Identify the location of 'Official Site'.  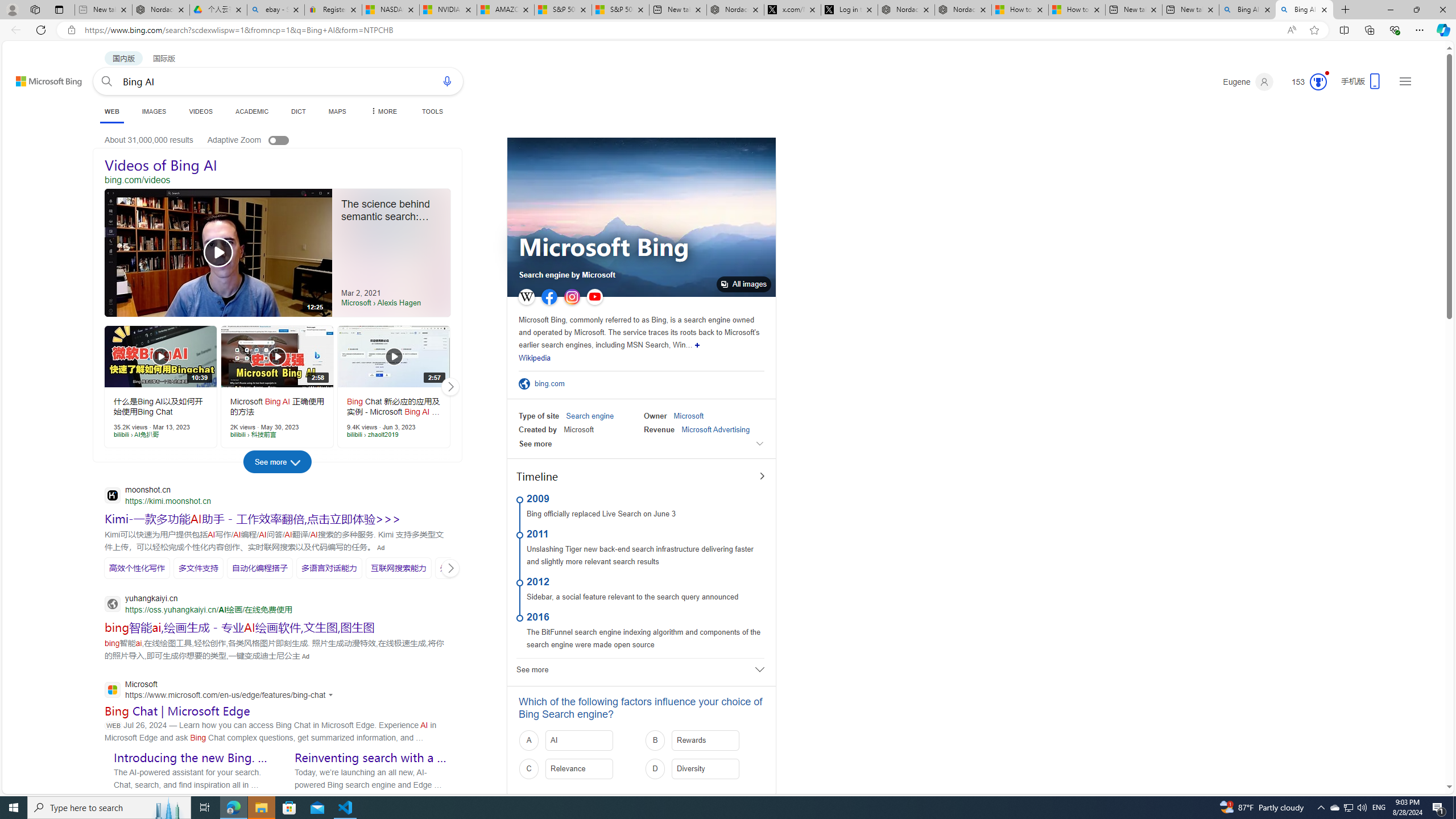
(526, 383).